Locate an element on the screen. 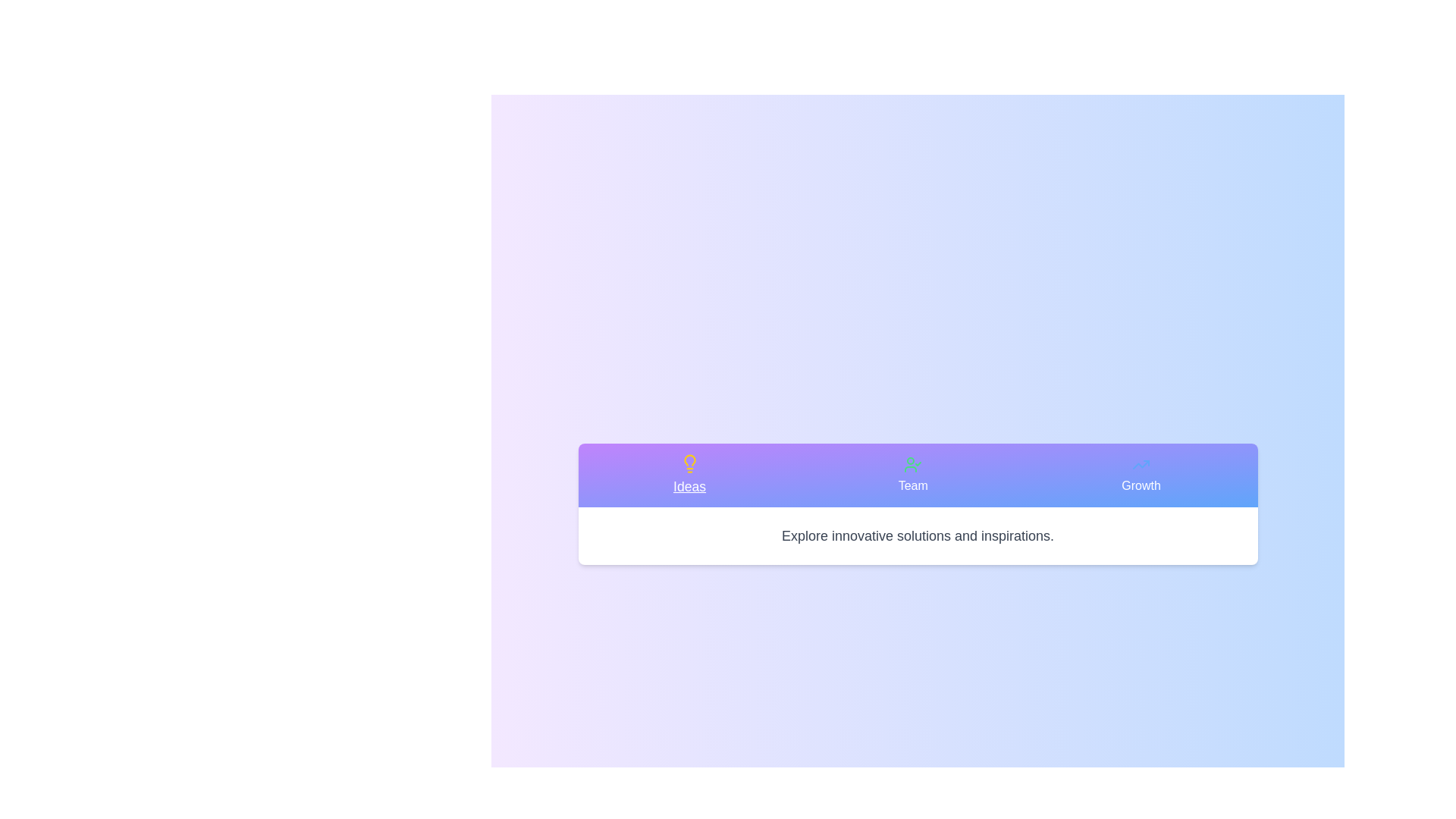  the tab labeled Growth is located at coordinates (1141, 475).